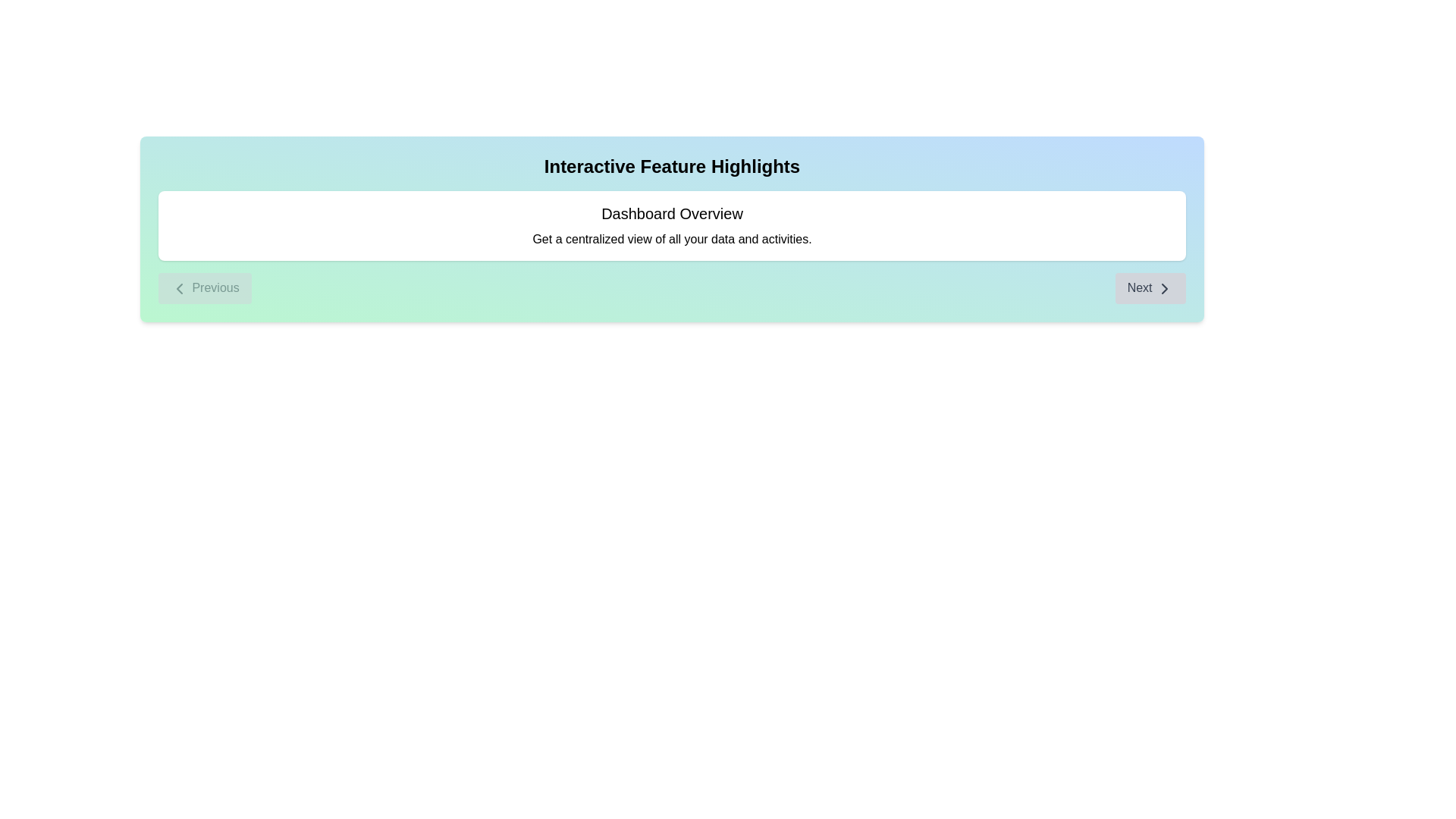  What do you see at coordinates (1164, 288) in the screenshot?
I see `the chevron-shaped icon located at the bottom-right corner of the 'Next' button, which is part of the navigation control panel` at bounding box center [1164, 288].